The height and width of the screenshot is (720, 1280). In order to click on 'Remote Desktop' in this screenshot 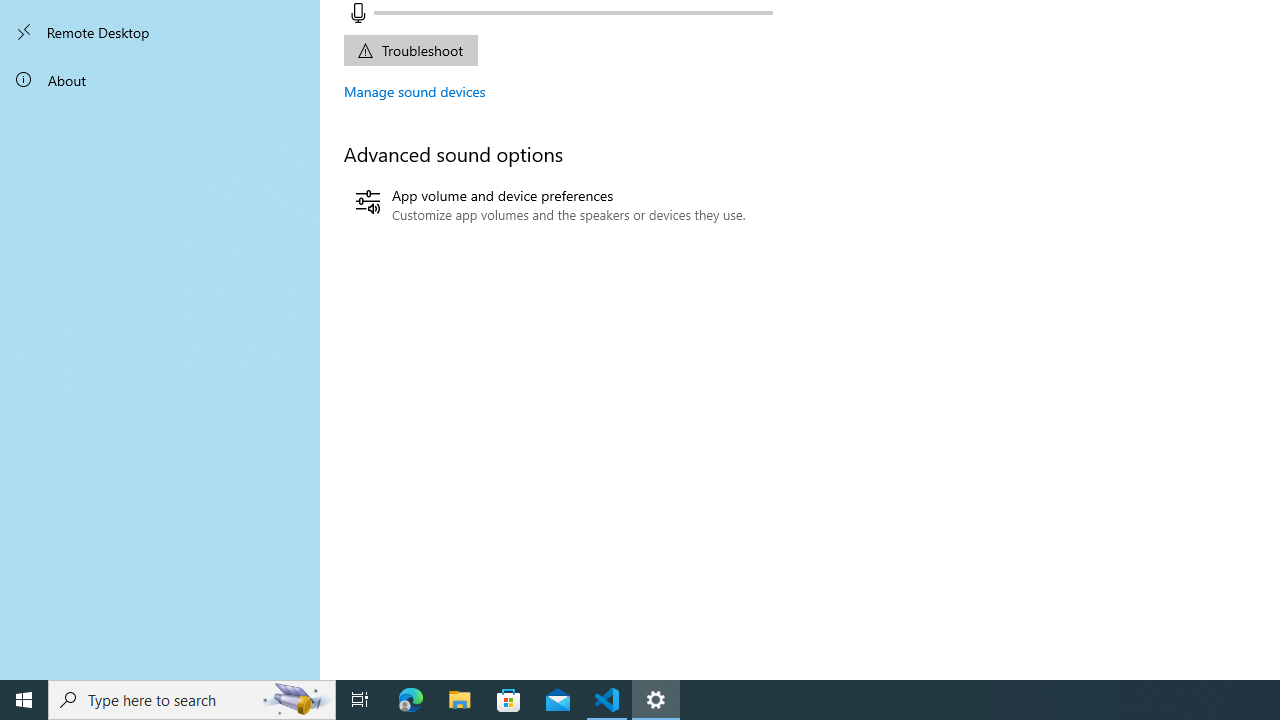, I will do `click(160, 32)`.